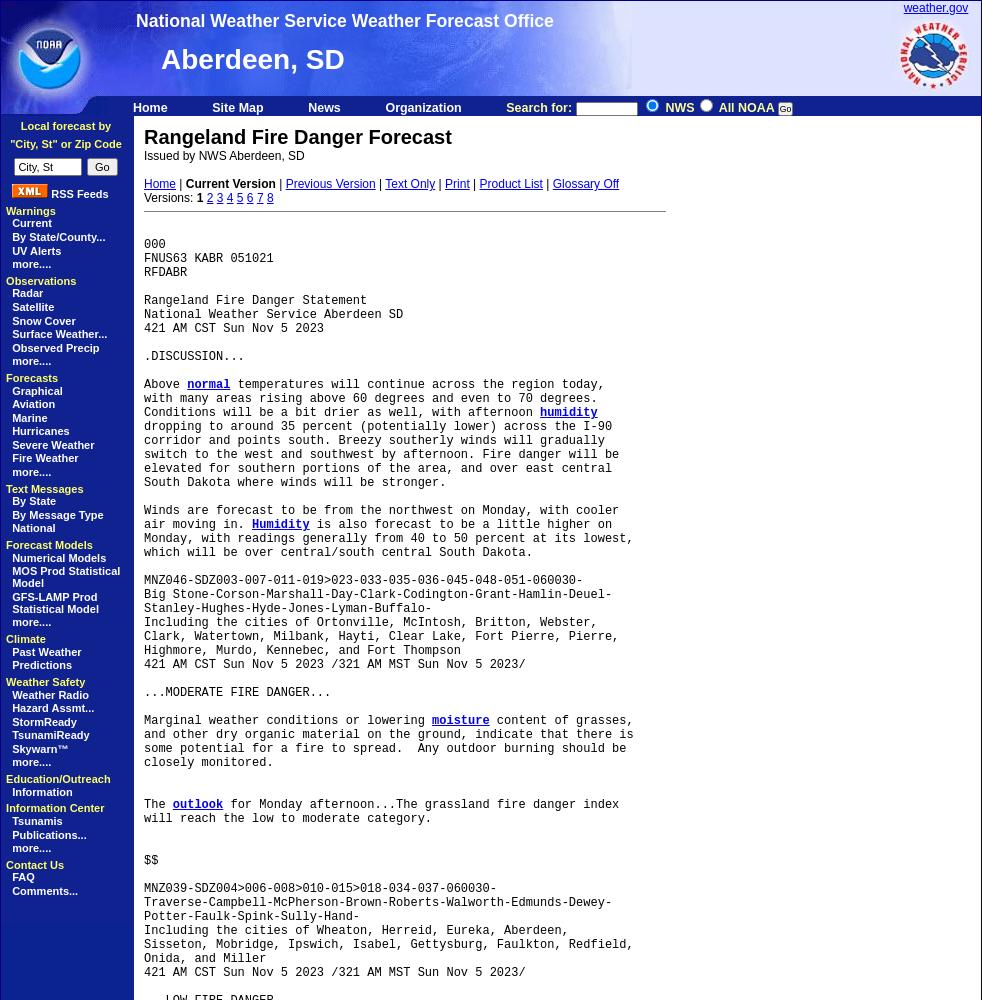 The image size is (982, 1000). What do you see at coordinates (21, 877) in the screenshot?
I see `'FAQ'` at bounding box center [21, 877].